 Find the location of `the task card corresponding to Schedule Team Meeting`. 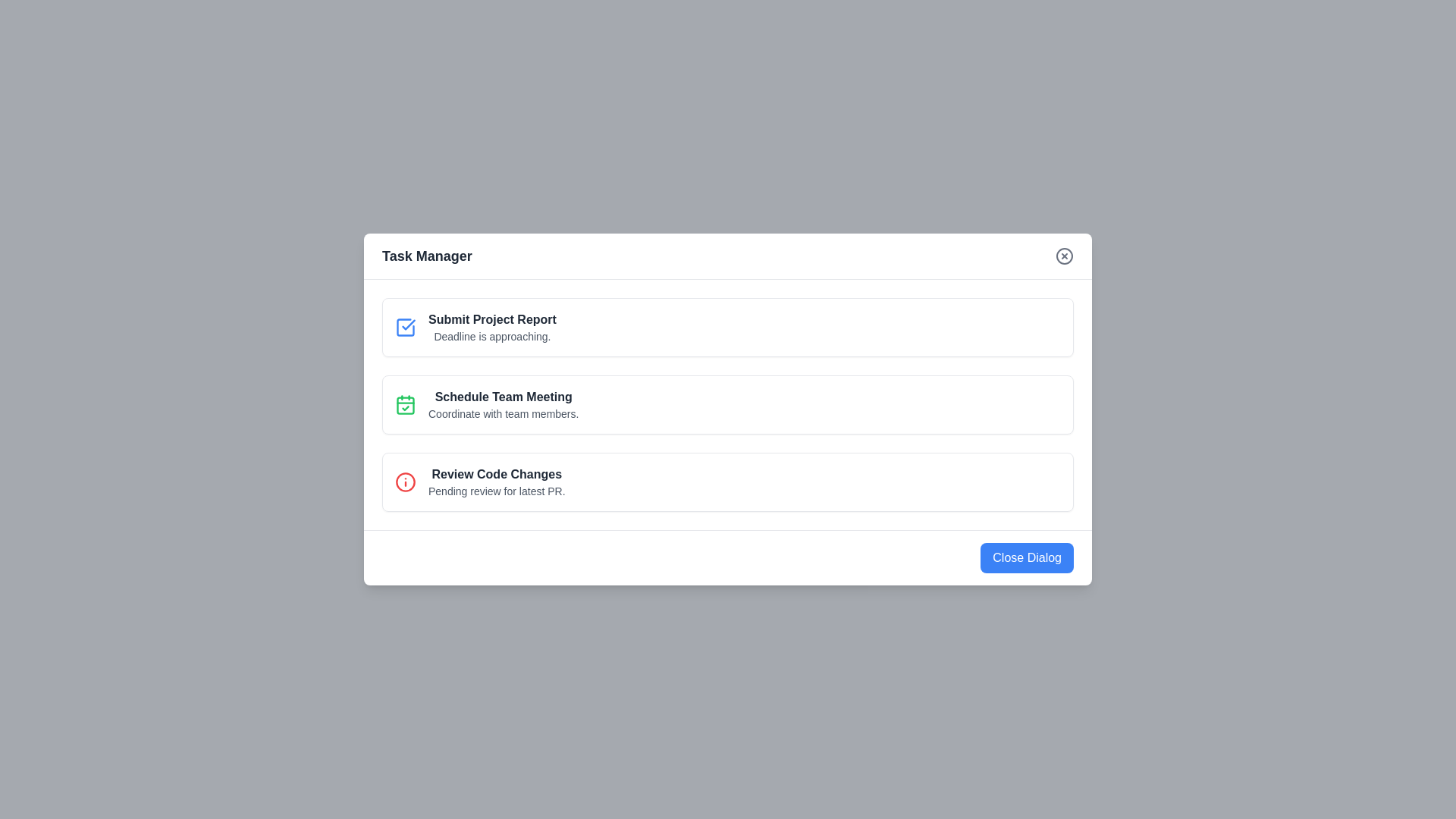

the task card corresponding to Schedule Team Meeting is located at coordinates (728, 403).